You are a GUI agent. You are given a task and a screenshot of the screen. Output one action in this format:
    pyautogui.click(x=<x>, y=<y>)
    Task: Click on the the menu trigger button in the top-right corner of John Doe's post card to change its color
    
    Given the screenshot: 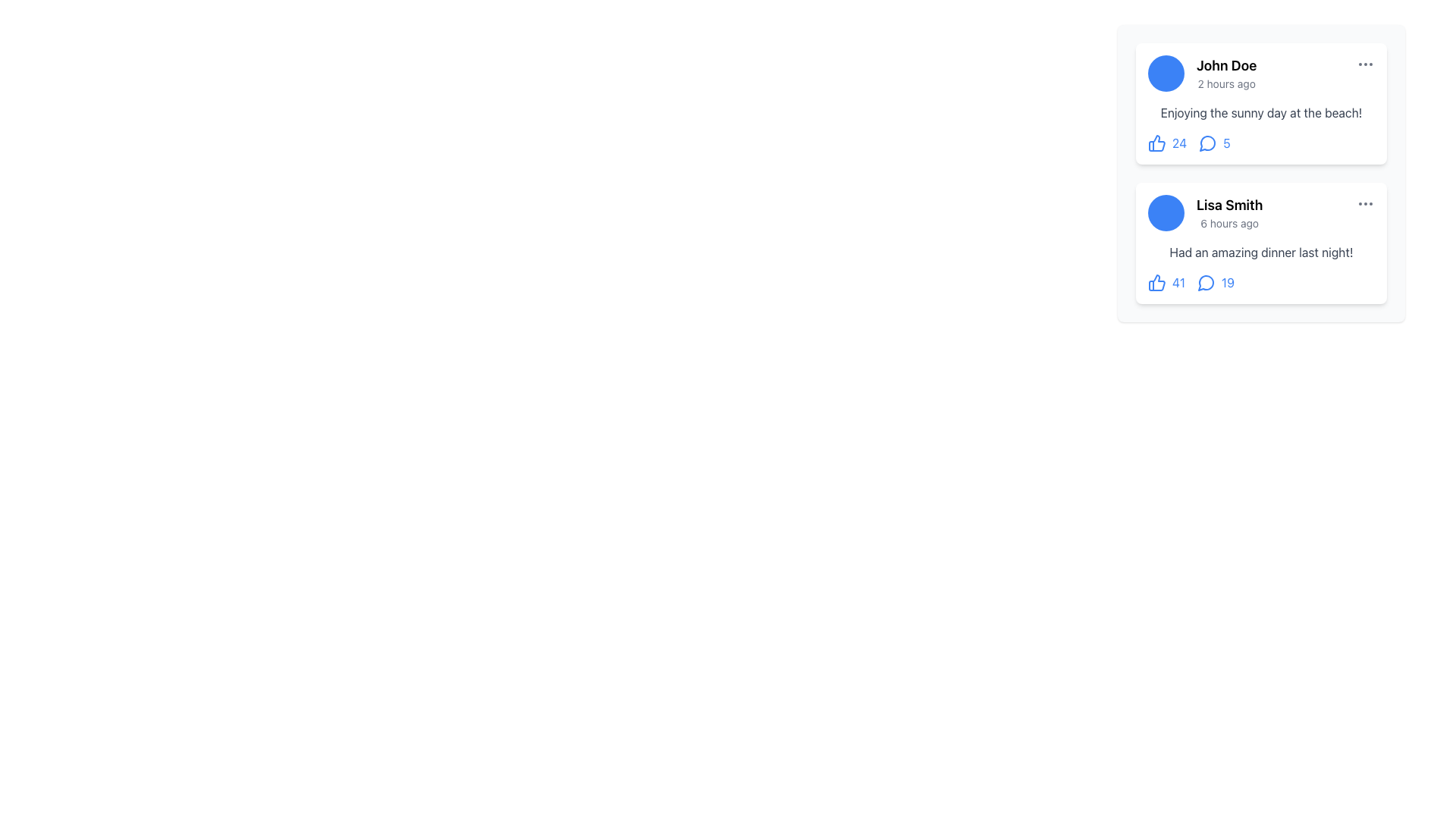 What is the action you would take?
    pyautogui.click(x=1365, y=63)
    